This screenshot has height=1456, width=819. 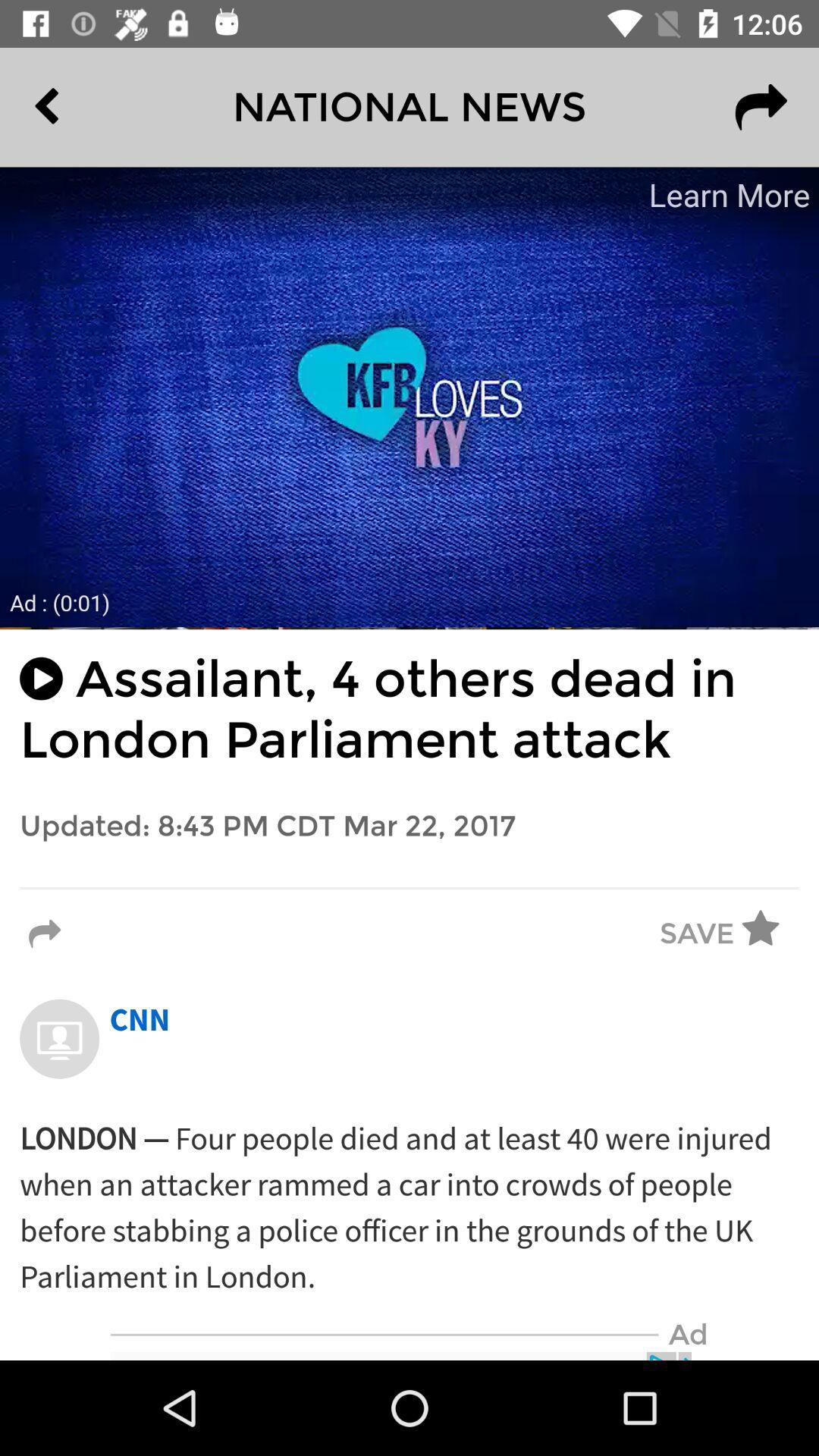 What do you see at coordinates (81, 106) in the screenshot?
I see `the icon at the top left corner` at bounding box center [81, 106].